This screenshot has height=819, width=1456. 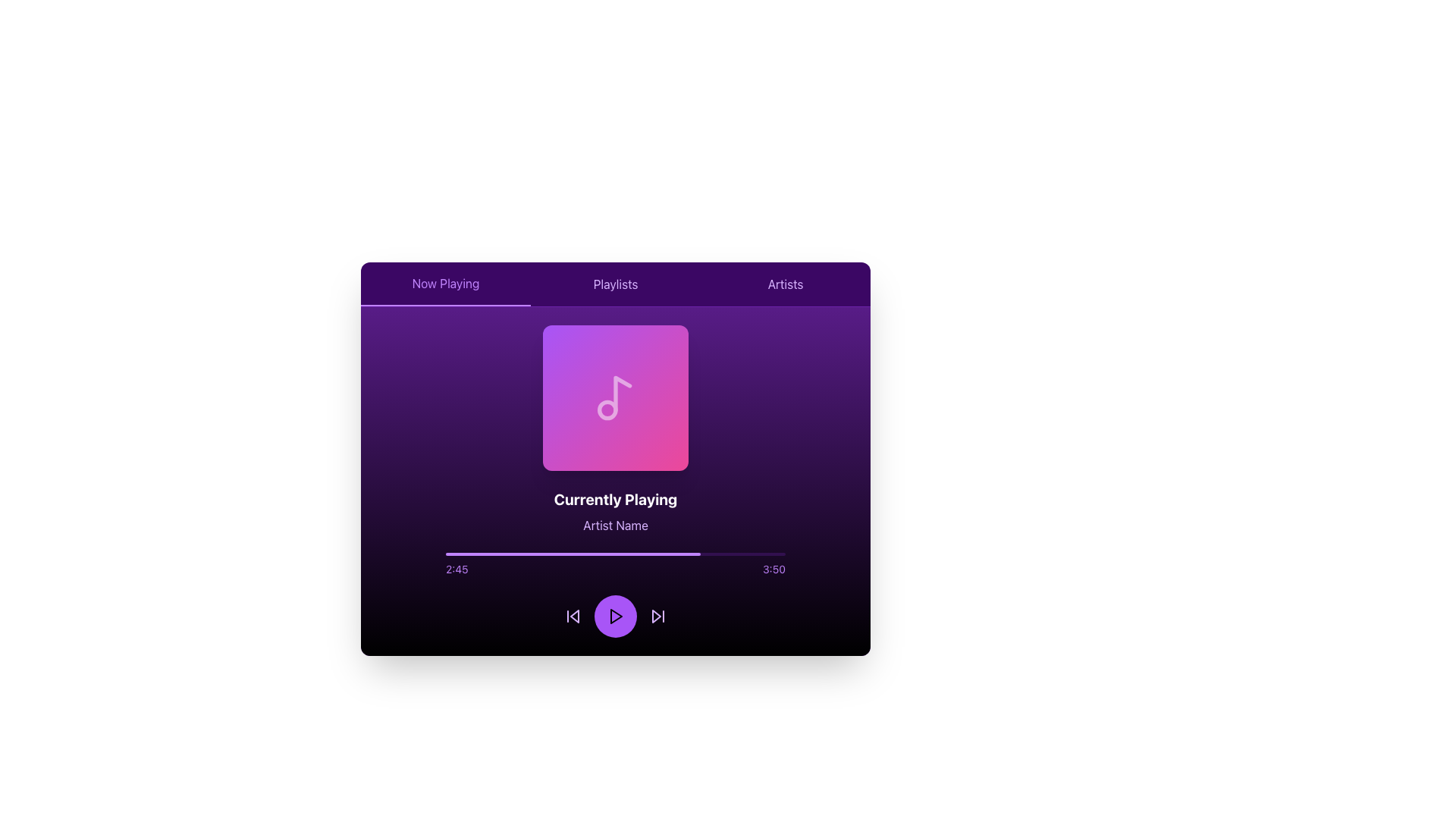 I want to click on information displayed on the music player display component located centrally below the logo and above the media control buttons, so click(x=615, y=482).